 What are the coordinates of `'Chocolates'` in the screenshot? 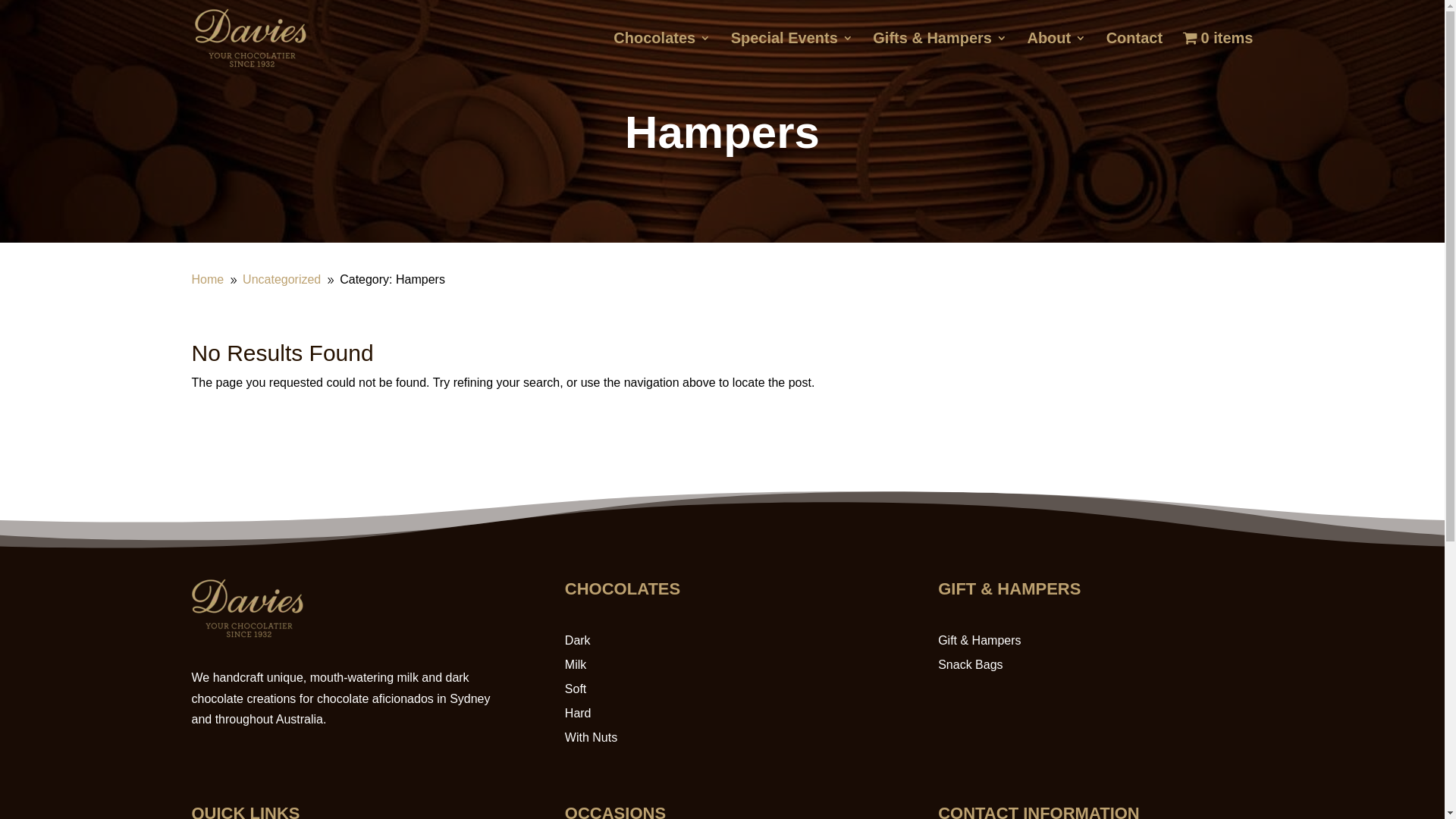 It's located at (662, 52).